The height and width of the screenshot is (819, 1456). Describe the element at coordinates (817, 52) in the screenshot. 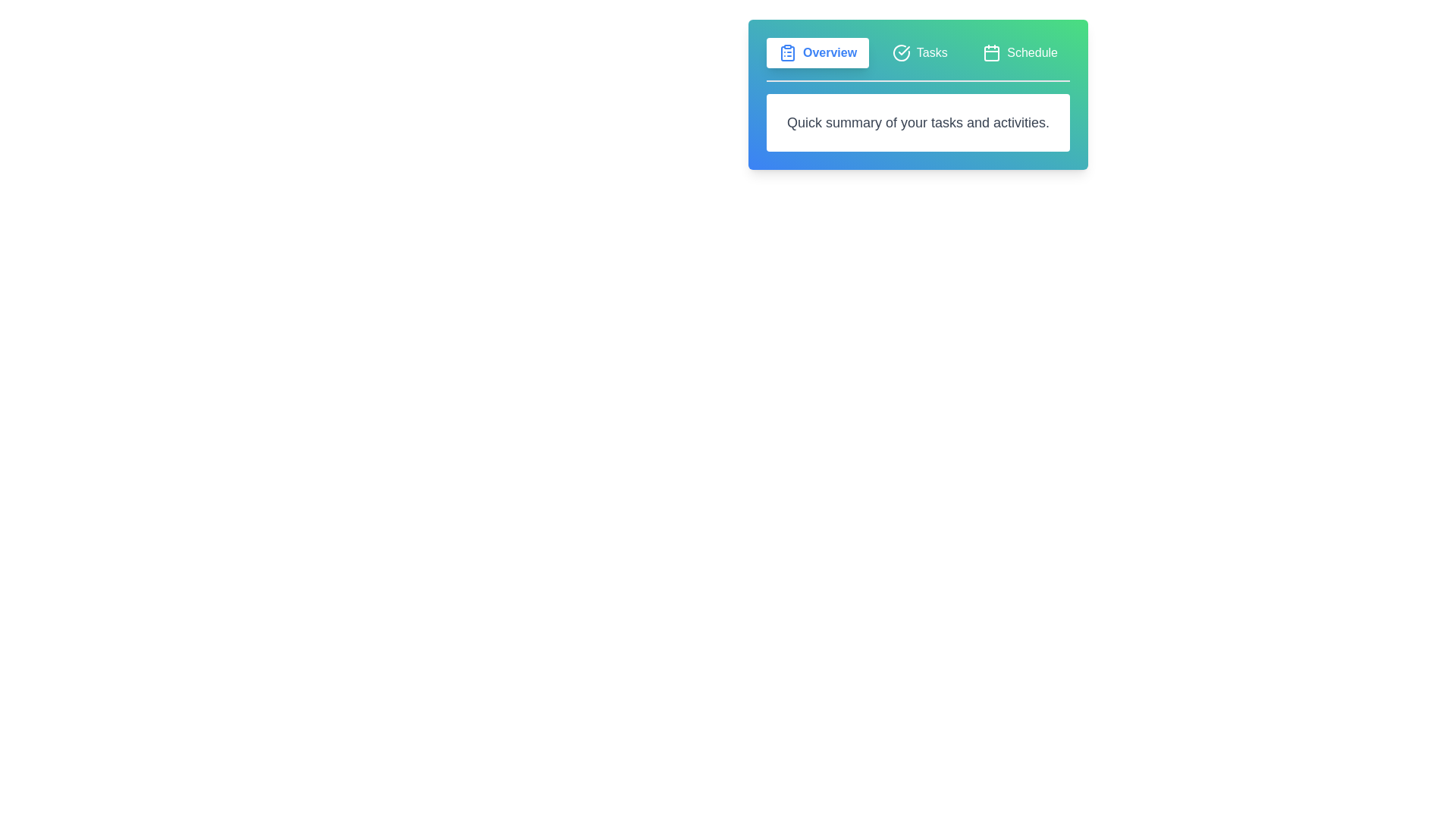

I see `the Overview tab by clicking on it` at that location.